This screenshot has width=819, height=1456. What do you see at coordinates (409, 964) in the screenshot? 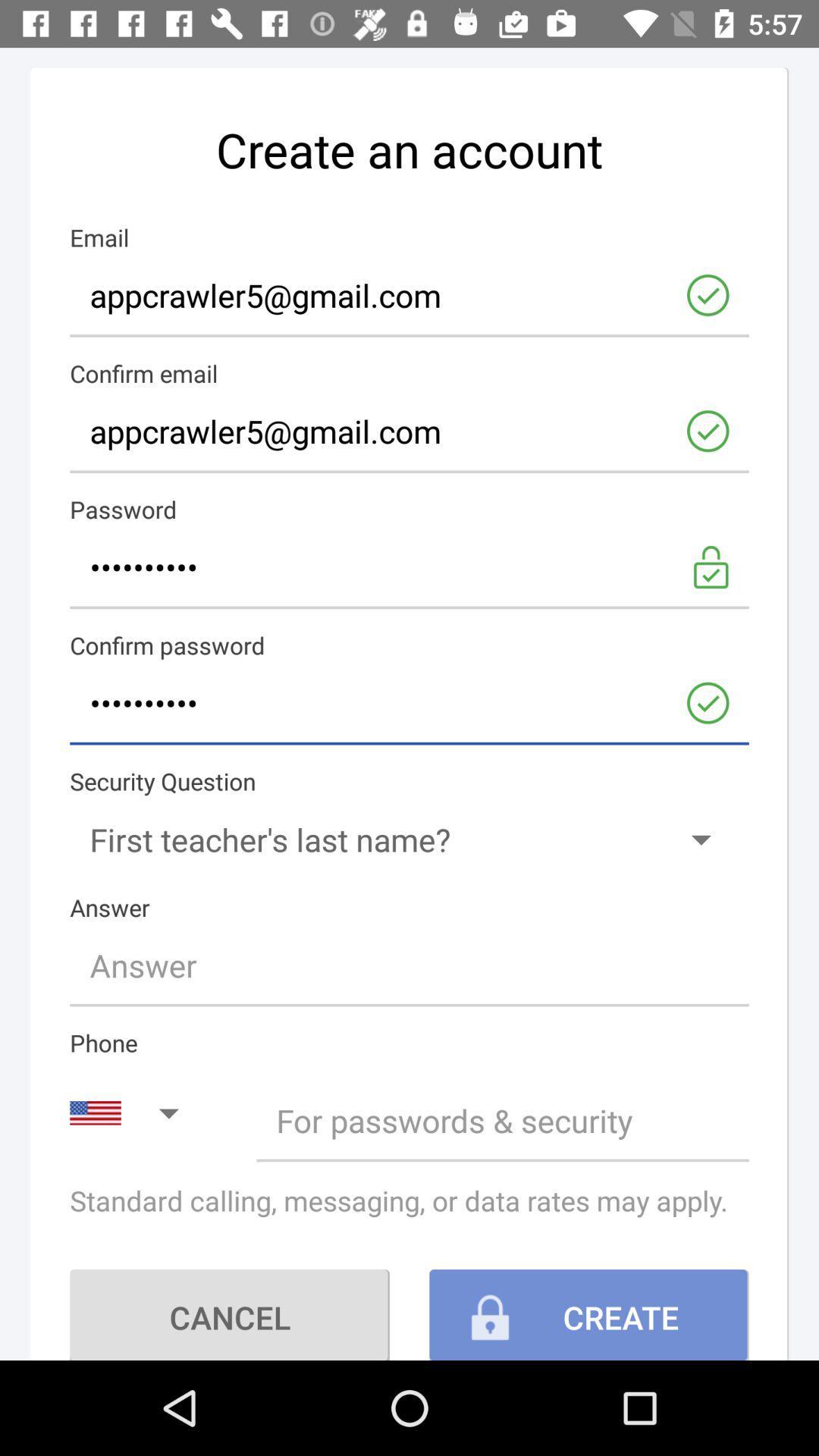
I see `open answer` at bounding box center [409, 964].